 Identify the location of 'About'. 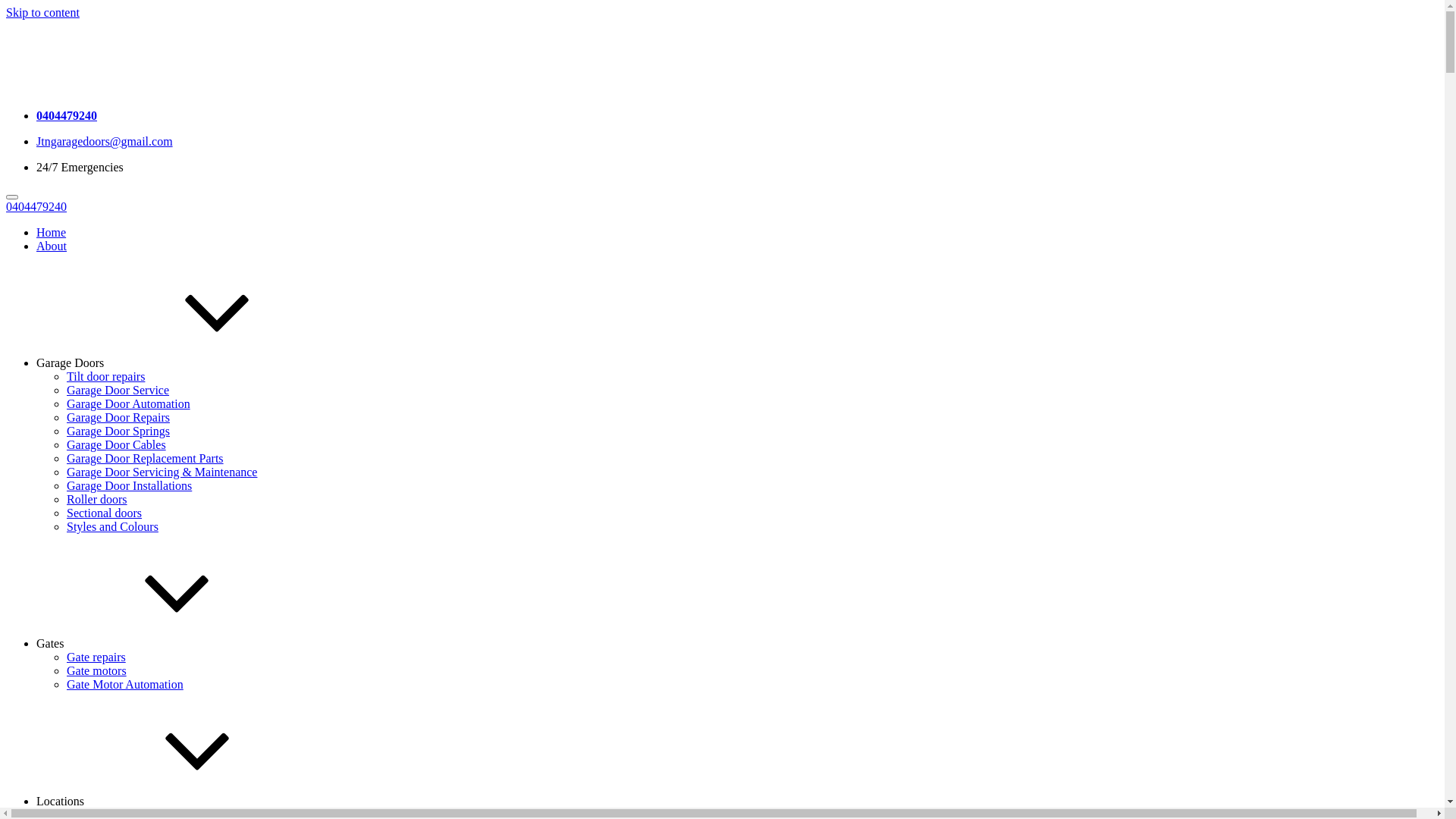
(51, 245).